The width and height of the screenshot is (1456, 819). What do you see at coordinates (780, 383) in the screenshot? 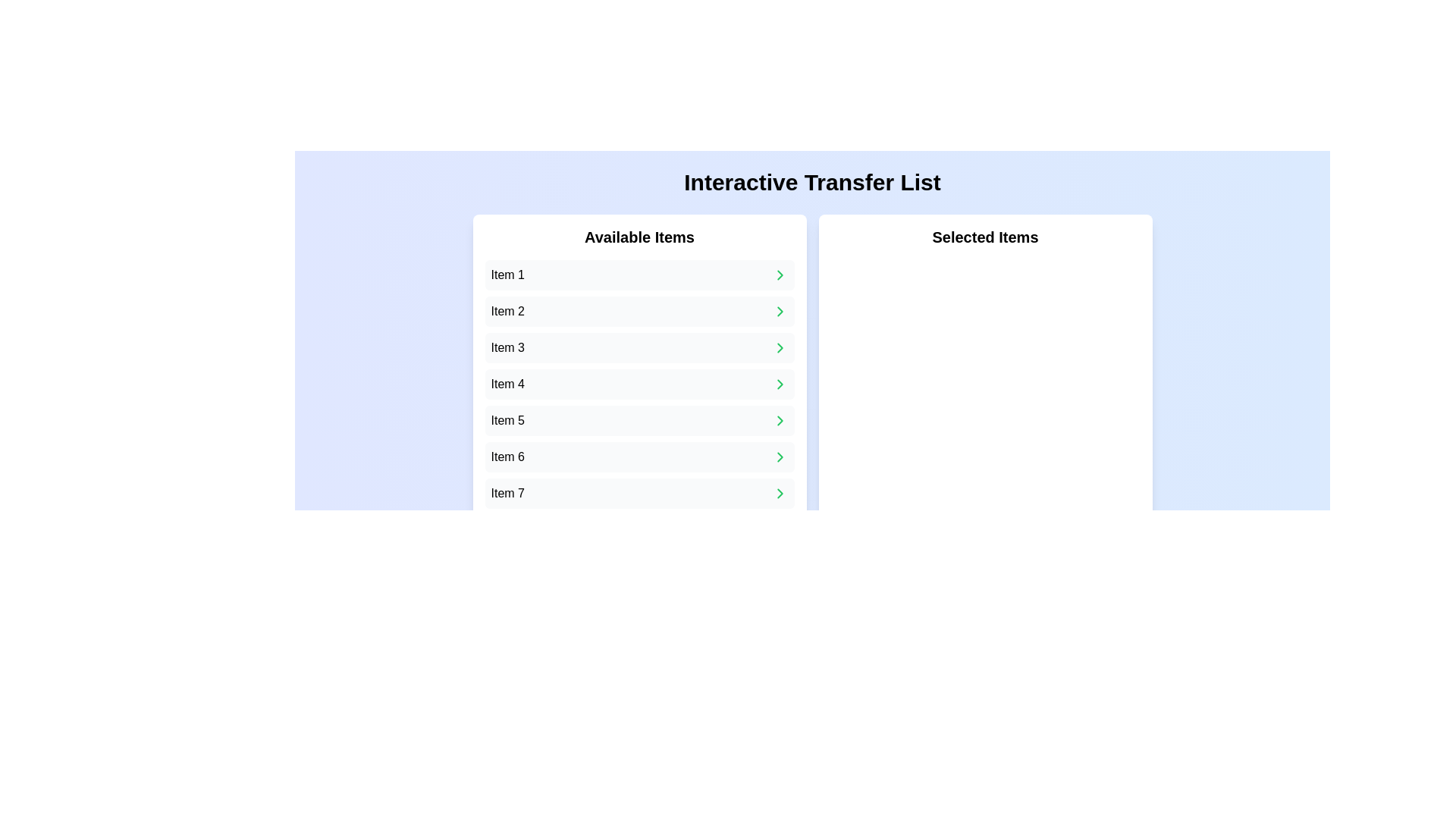
I see `the rightward-pointing green chevron icon next to 'Item 4'` at bounding box center [780, 383].